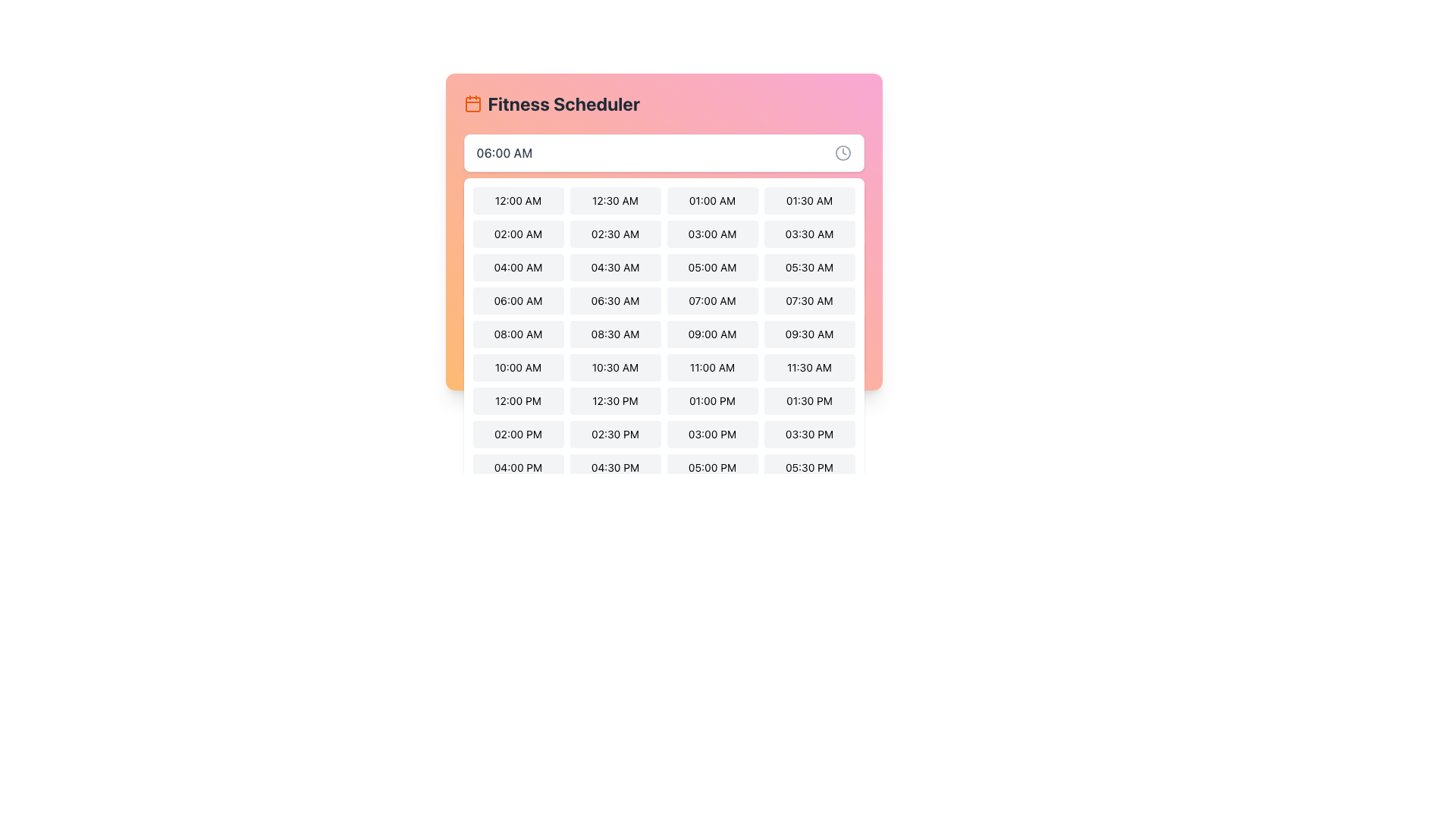 This screenshot has width=1456, height=819. Describe the element at coordinates (504, 152) in the screenshot. I see `the static text element displaying '06:00 AM', which is styled in gray and located within a time selection input box` at that location.